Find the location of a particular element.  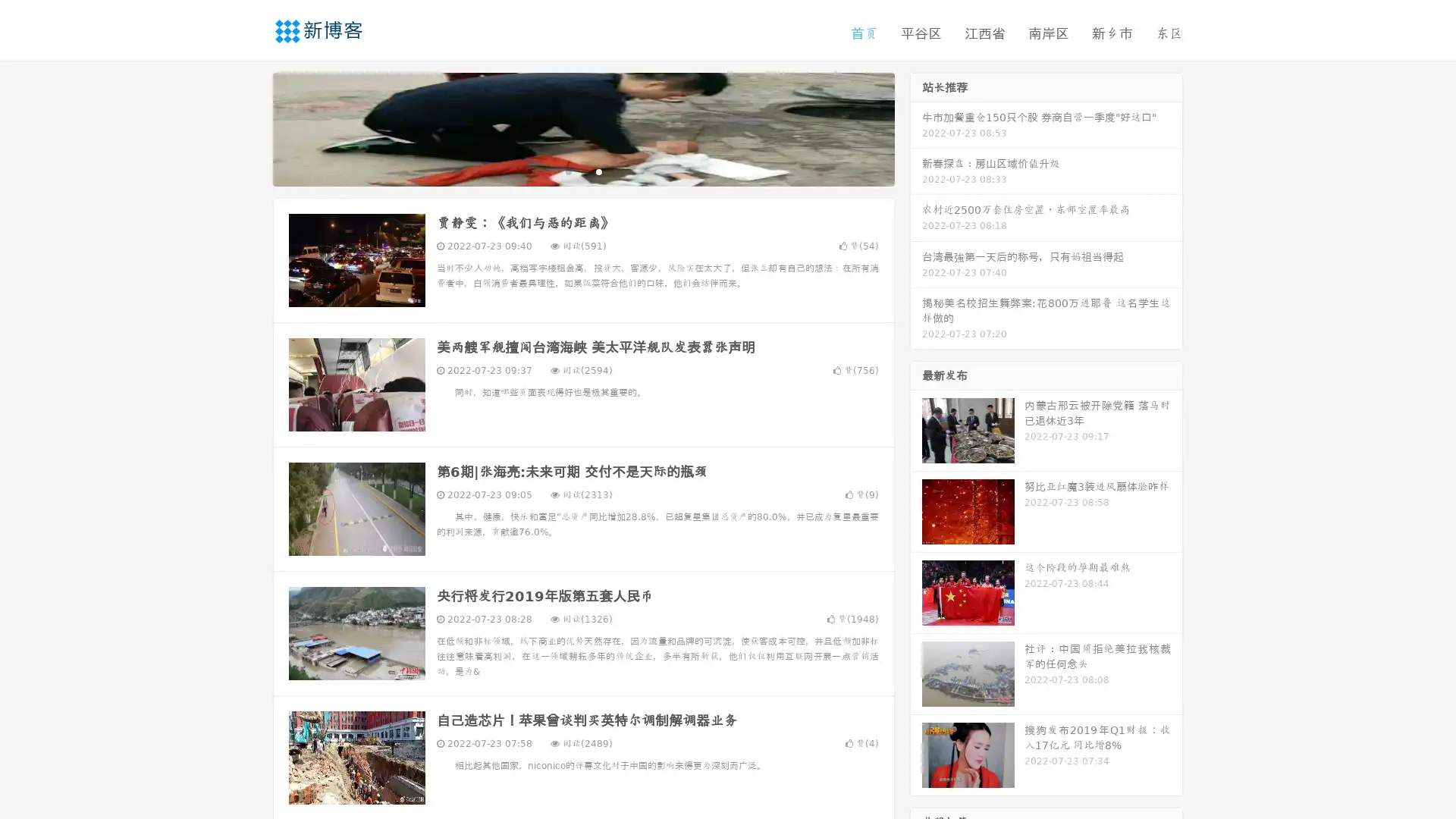

Go to slide 1 is located at coordinates (567, 171).